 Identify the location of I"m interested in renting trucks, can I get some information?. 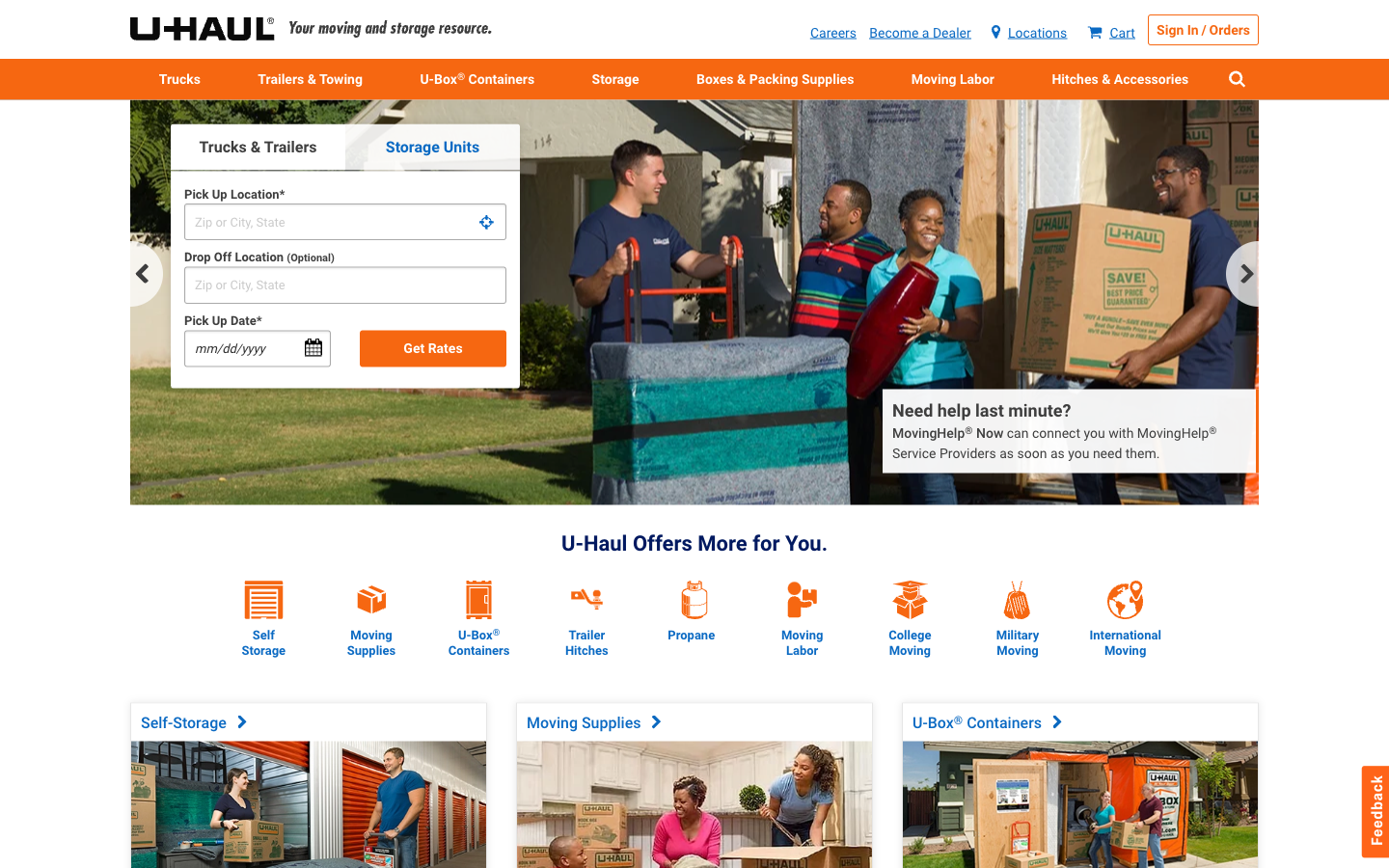
(179, 77).